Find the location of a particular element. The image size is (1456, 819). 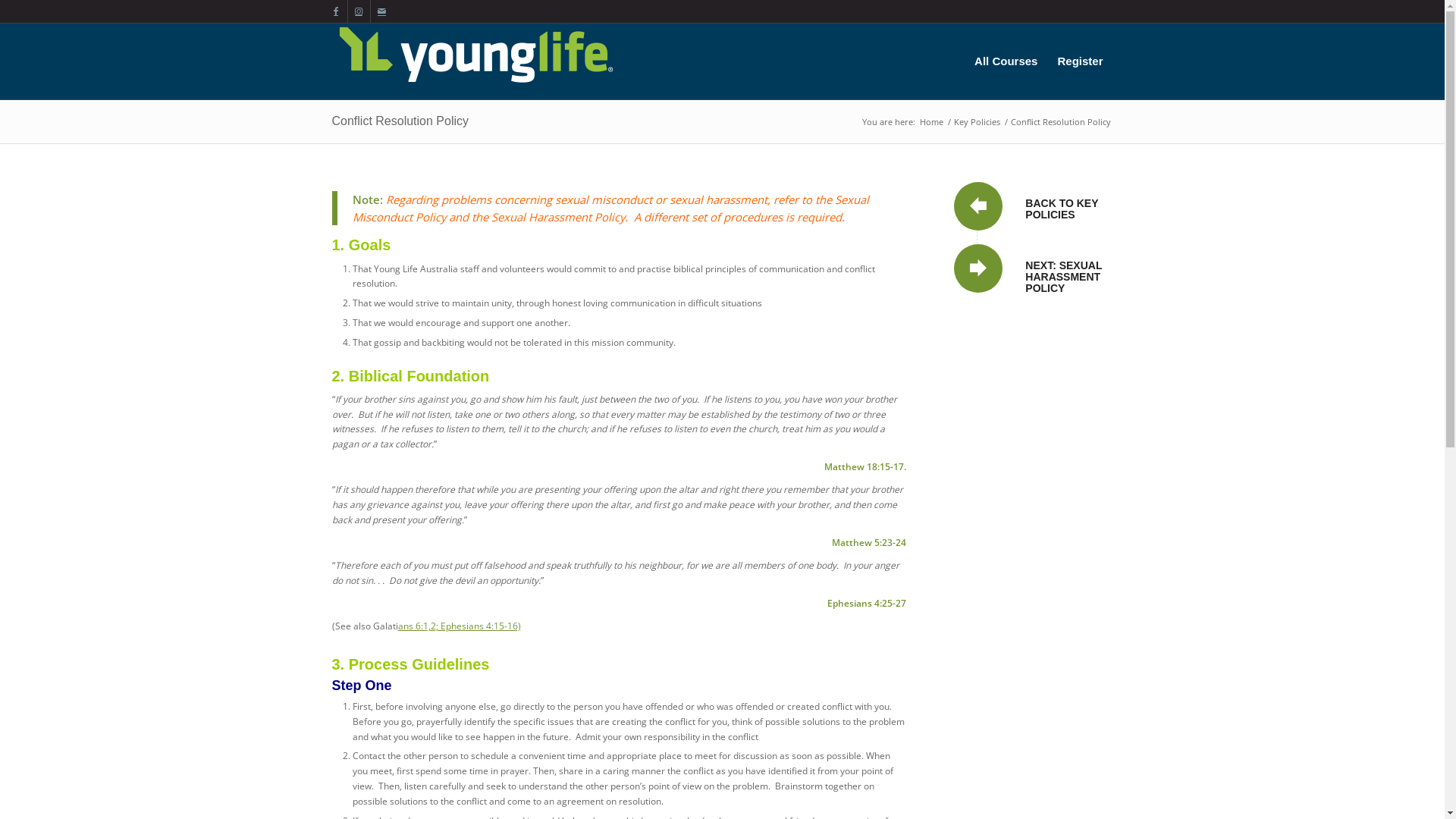

'All Courses' is located at coordinates (1006, 61).